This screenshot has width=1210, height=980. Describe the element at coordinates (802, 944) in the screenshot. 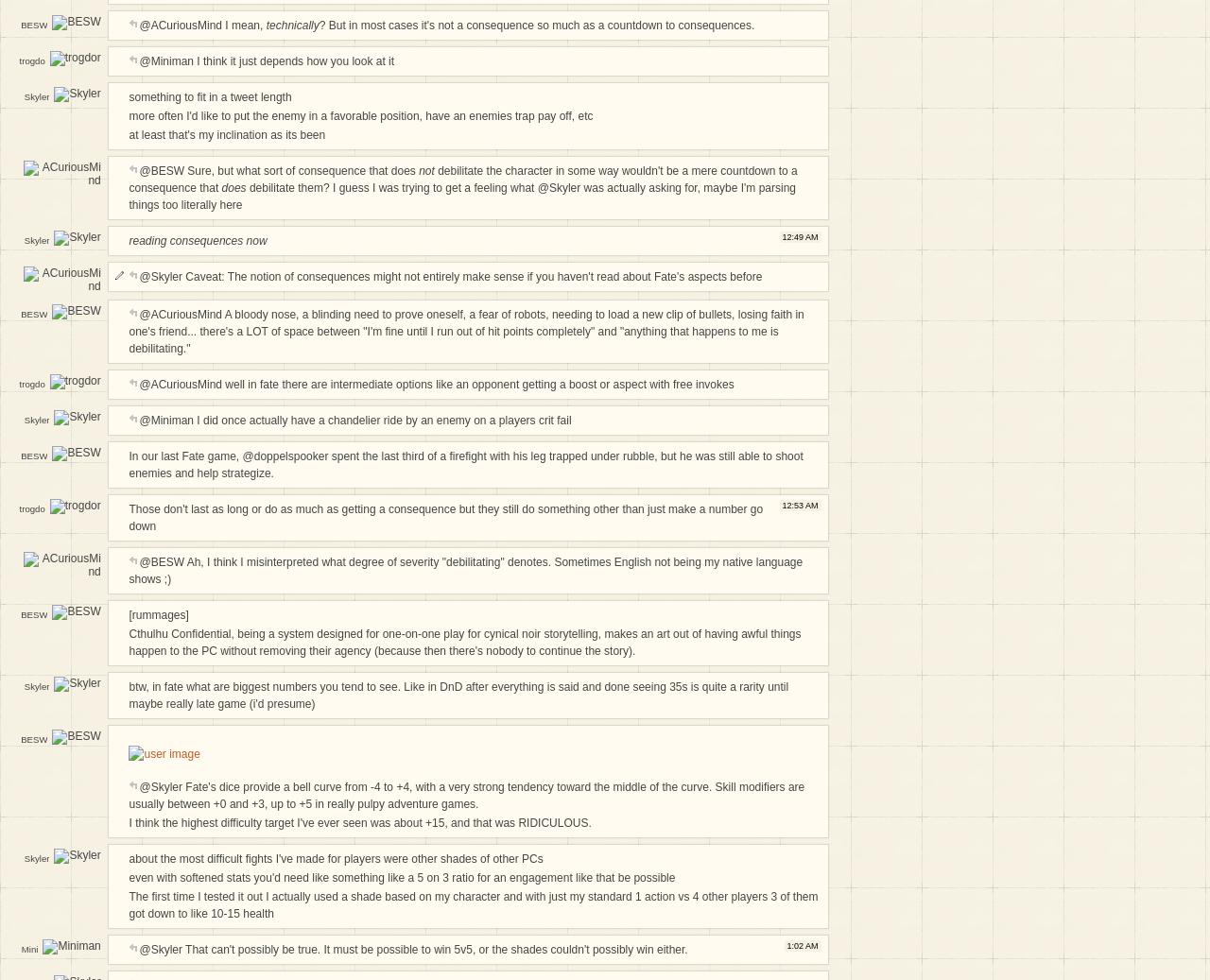

I see `'1:02 AM'` at that location.